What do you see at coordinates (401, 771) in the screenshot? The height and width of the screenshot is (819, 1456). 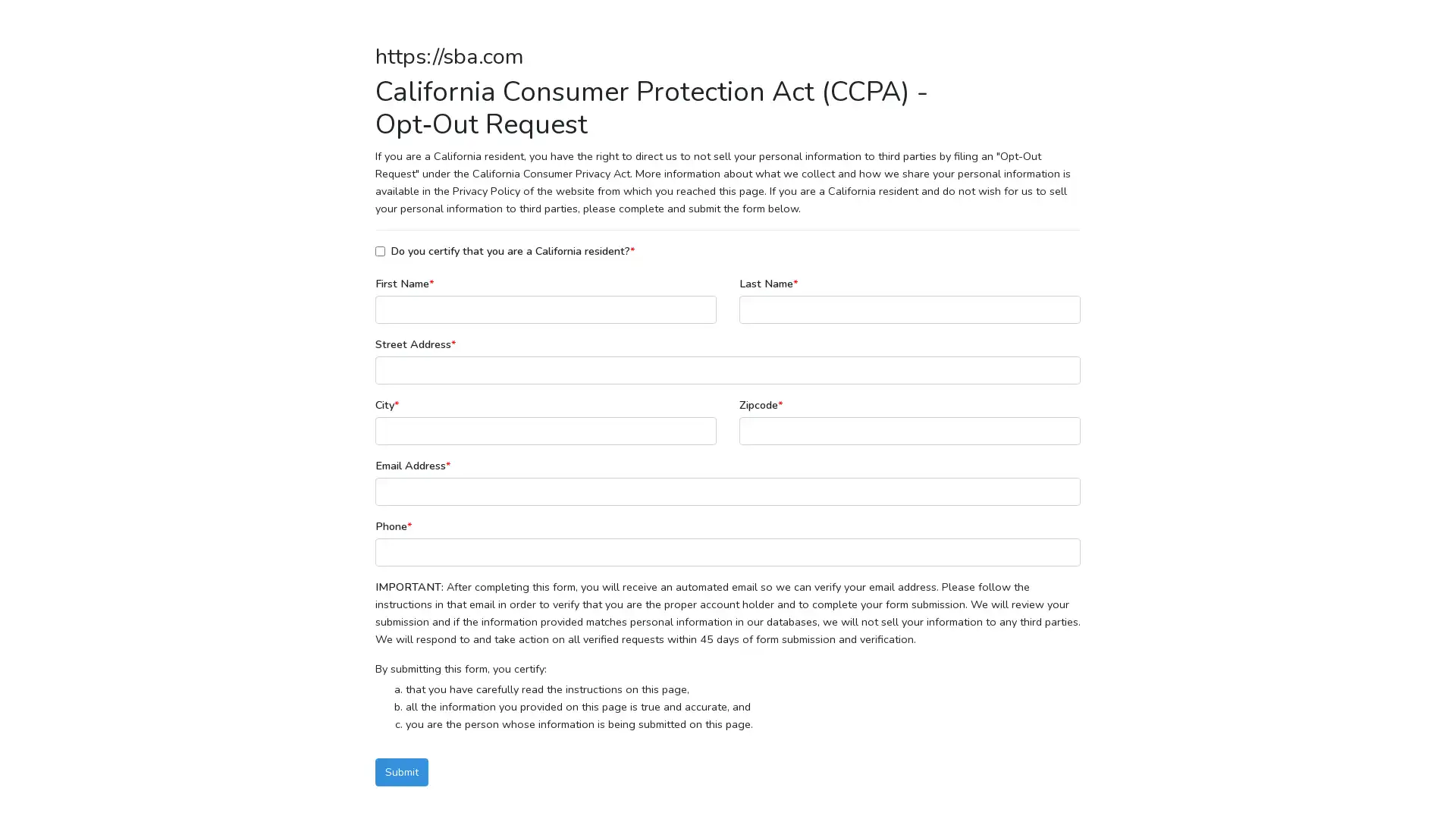 I see `Submit` at bounding box center [401, 771].